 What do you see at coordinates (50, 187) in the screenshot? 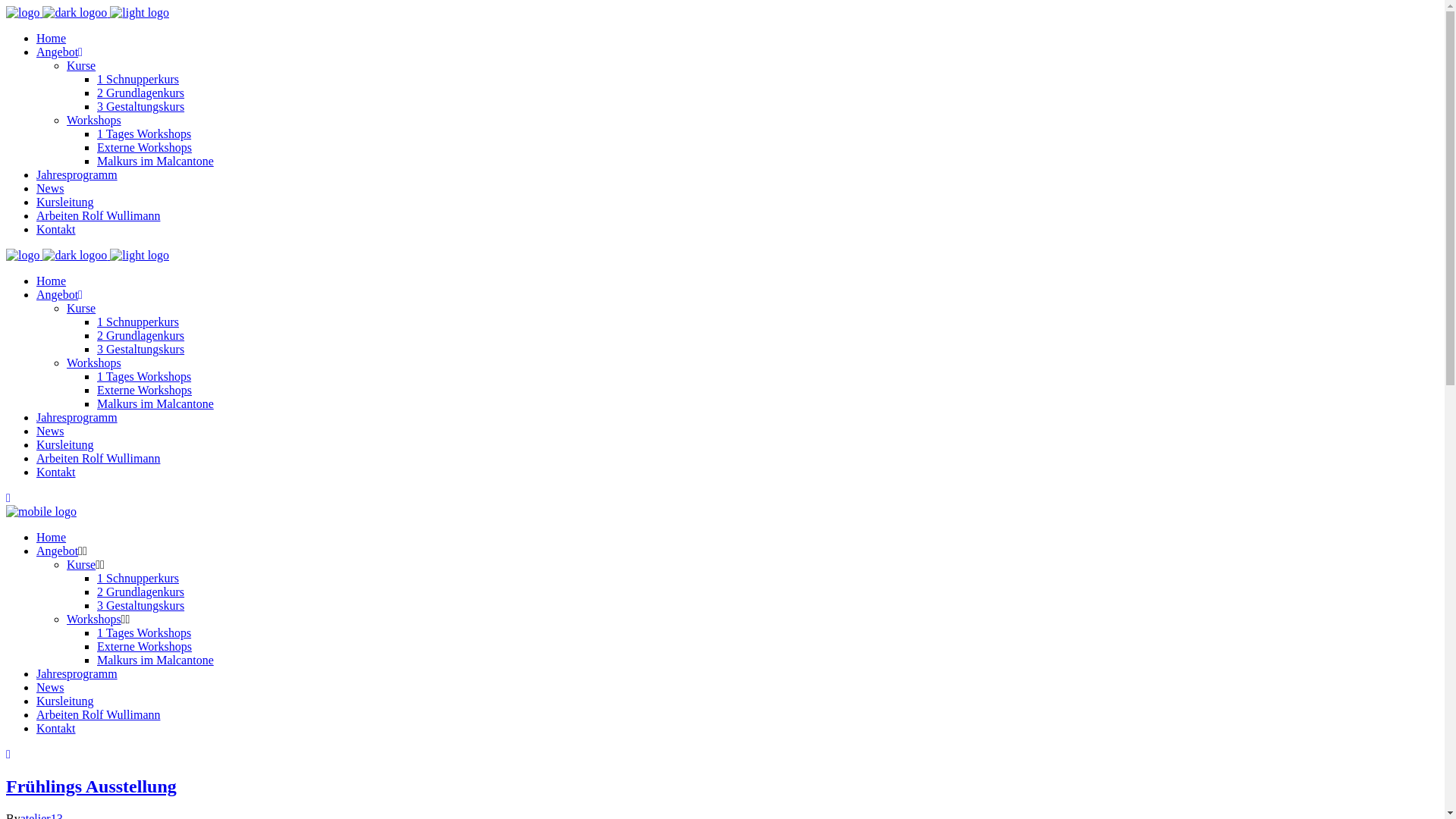
I see `'News'` at bounding box center [50, 187].